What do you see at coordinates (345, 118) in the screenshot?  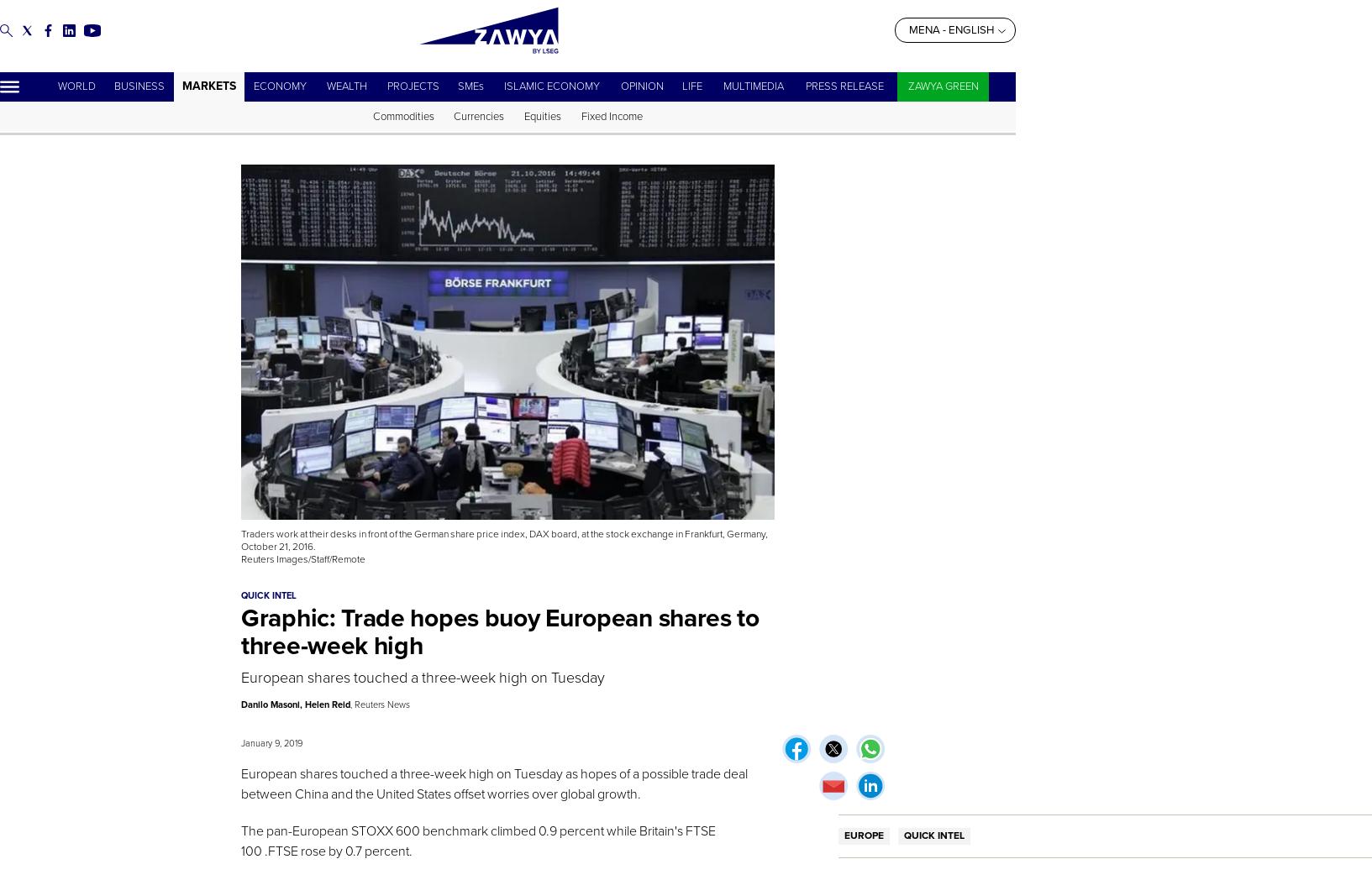 I see `'Corporate Earnings - Q3, 2023'` at bounding box center [345, 118].